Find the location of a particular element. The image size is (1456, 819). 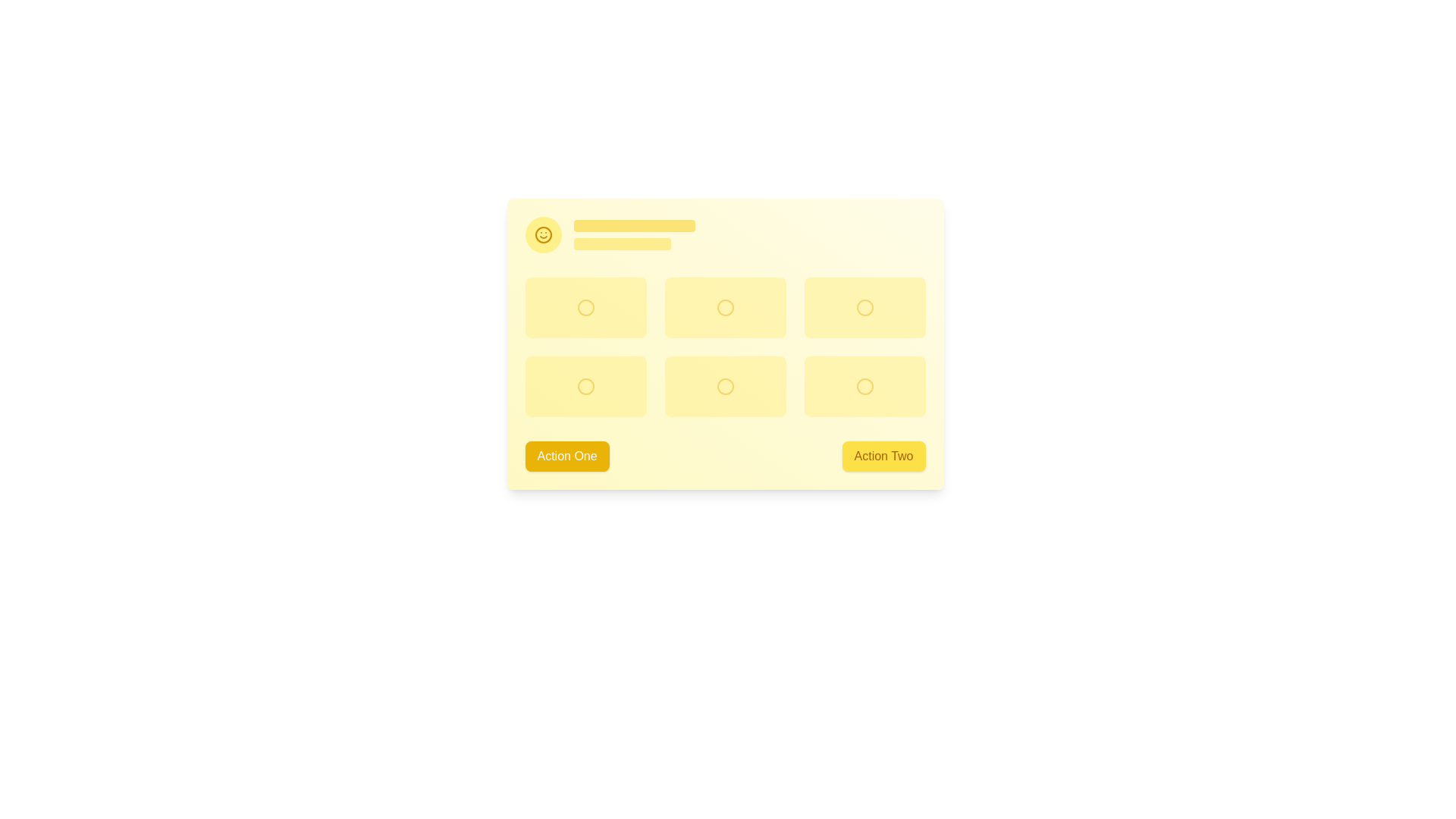

topmost horizontal row component containing a badge and placeholder text blocks, which serves as a representation of yet-to-be-loaded user detail is located at coordinates (724, 234).